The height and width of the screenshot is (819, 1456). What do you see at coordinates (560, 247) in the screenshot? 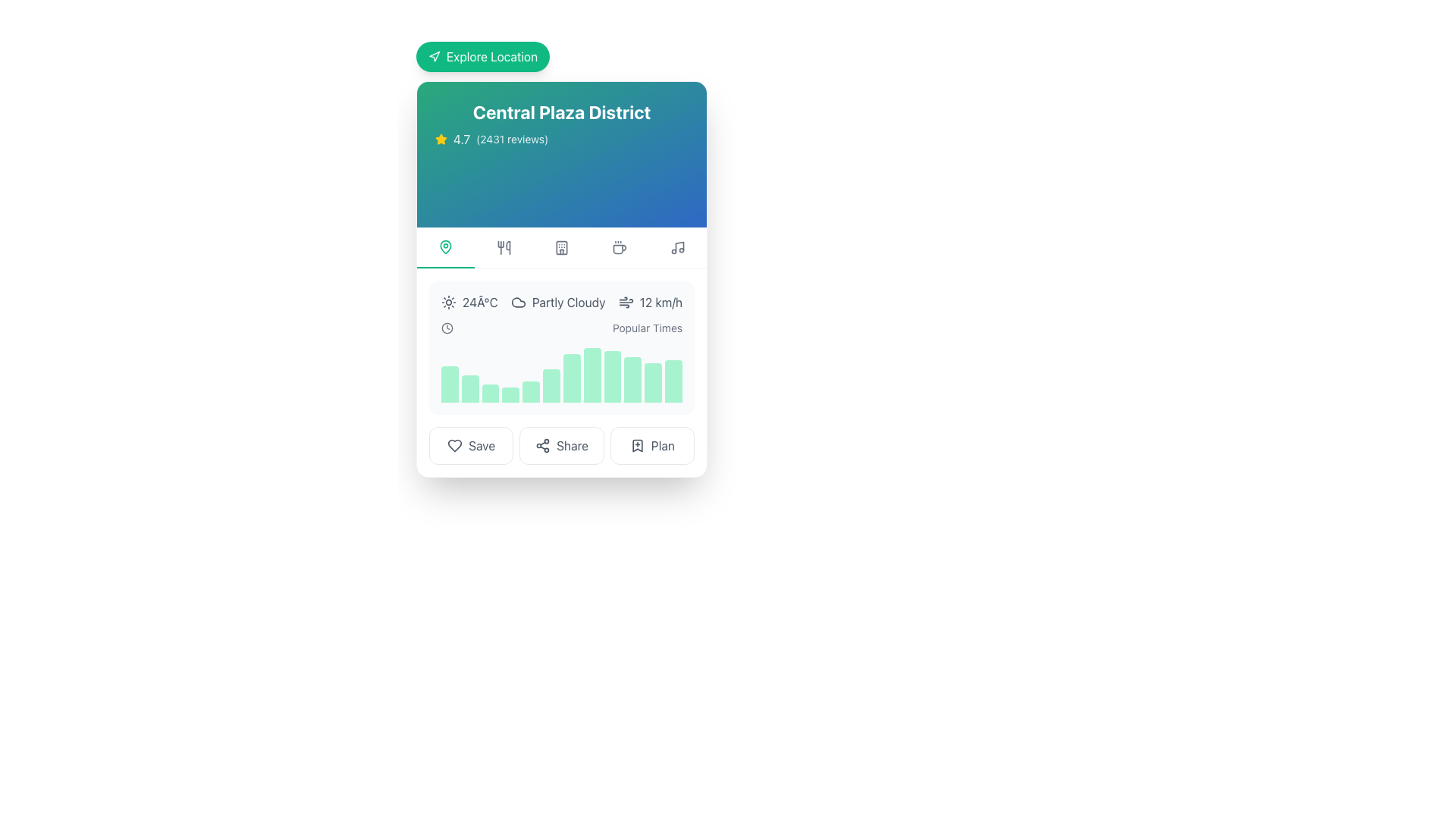
I see `the hotel icon, which is a minimalistic gray representation with rounded ends and windows, located as the third icon from the left in the navigation row` at bounding box center [560, 247].